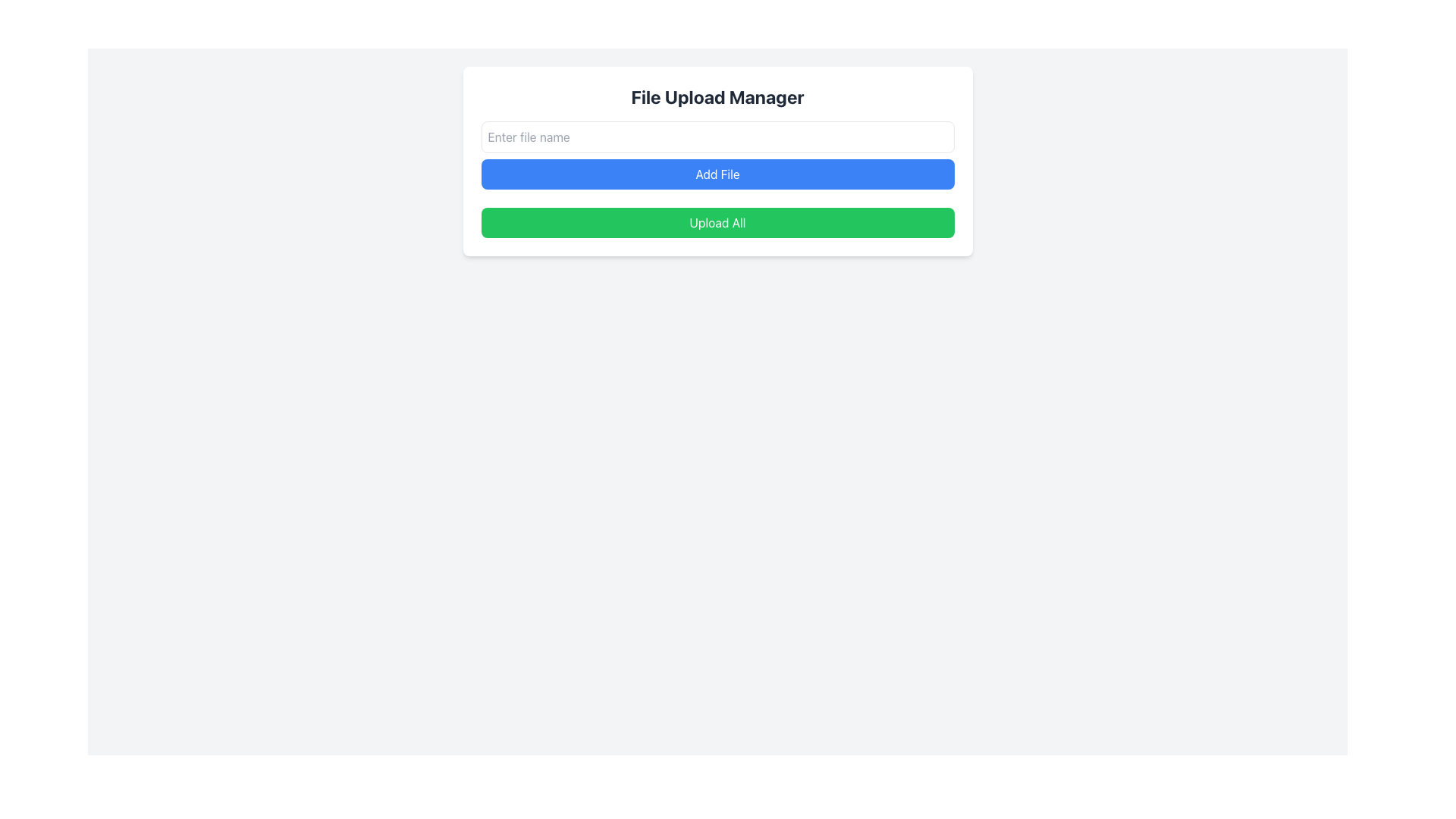 The width and height of the screenshot is (1456, 819). I want to click on the 'Add File' button with a blue background and white text located in the 'File Upload Manager' card, so click(717, 155).